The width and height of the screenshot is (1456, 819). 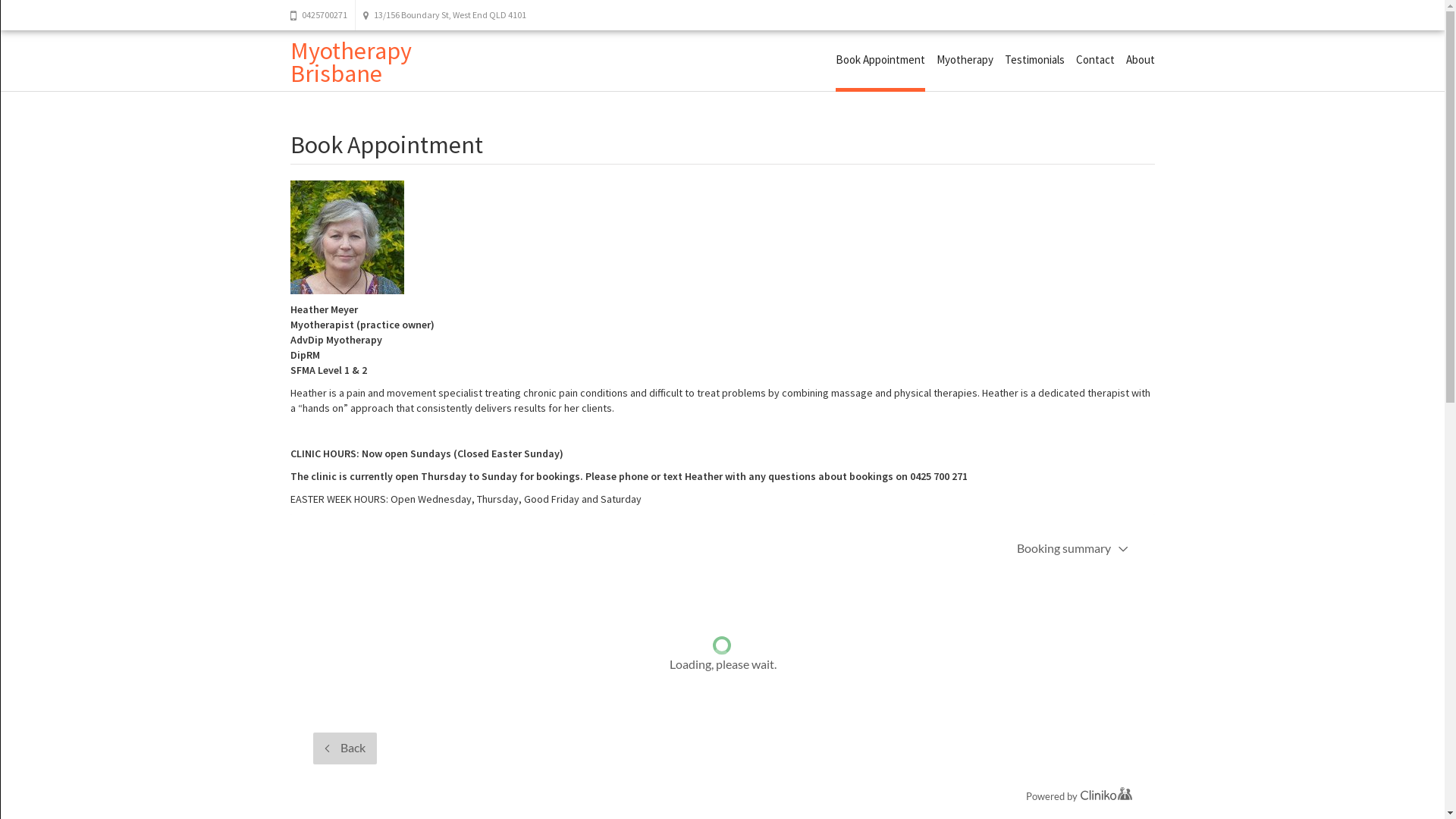 I want to click on 'Contact', so click(x=1074, y=58).